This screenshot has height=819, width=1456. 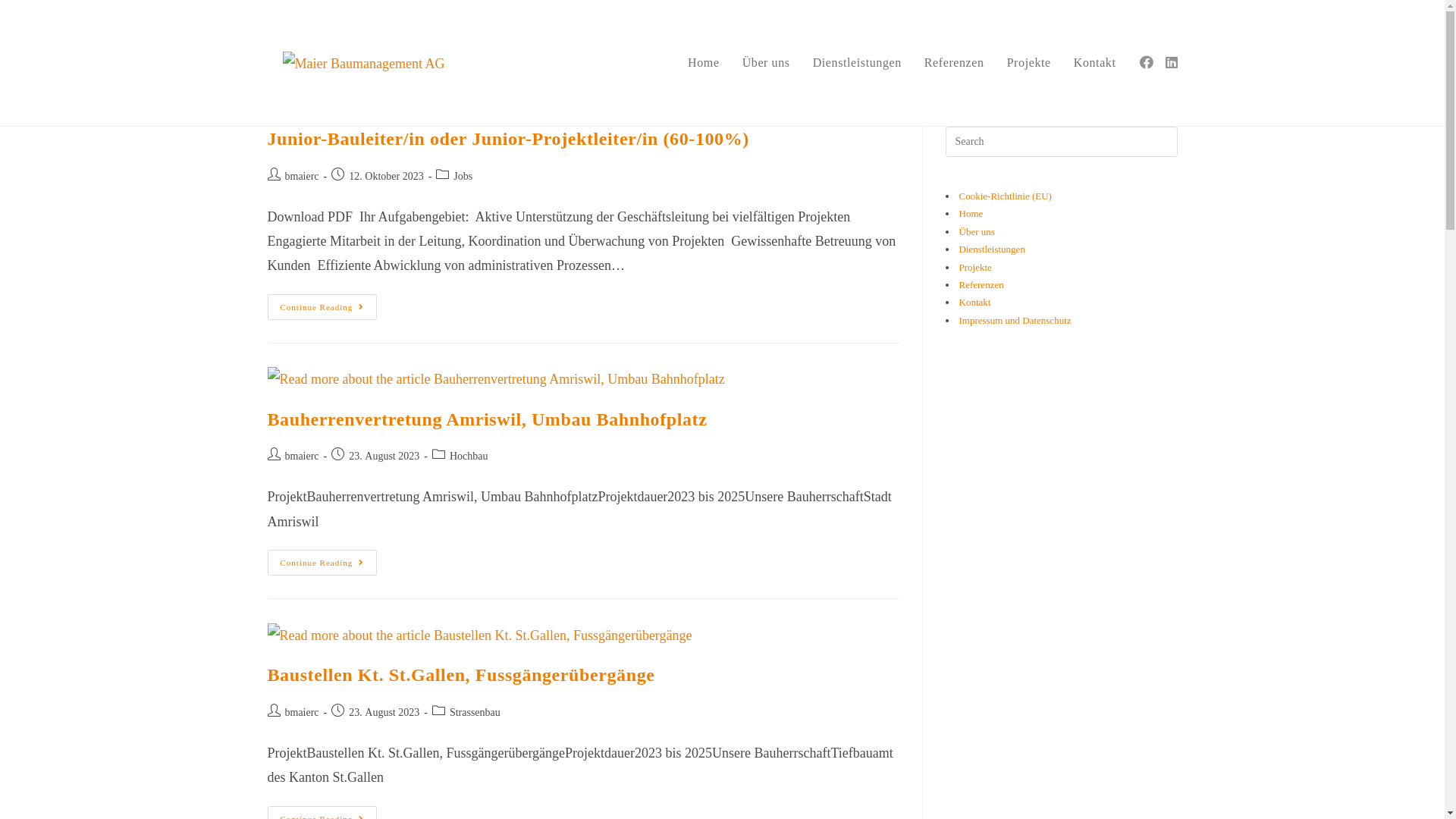 I want to click on 'Bauherrenvertretung Amriswil, Umbau Bahnhofplatz', so click(x=487, y=419).